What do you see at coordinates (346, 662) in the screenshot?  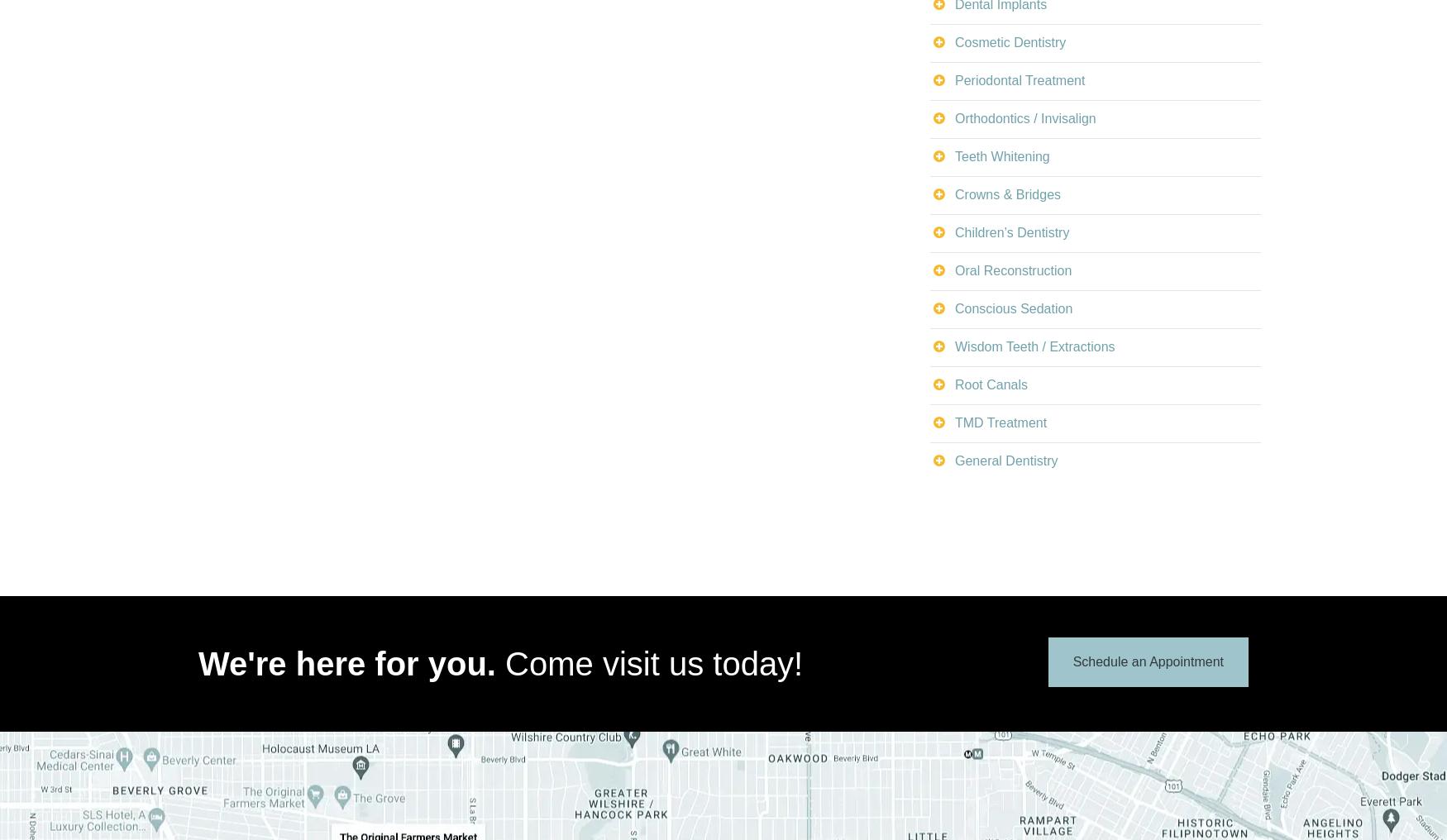 I see `'We're here for you.'` at bounding box center [346, 662].